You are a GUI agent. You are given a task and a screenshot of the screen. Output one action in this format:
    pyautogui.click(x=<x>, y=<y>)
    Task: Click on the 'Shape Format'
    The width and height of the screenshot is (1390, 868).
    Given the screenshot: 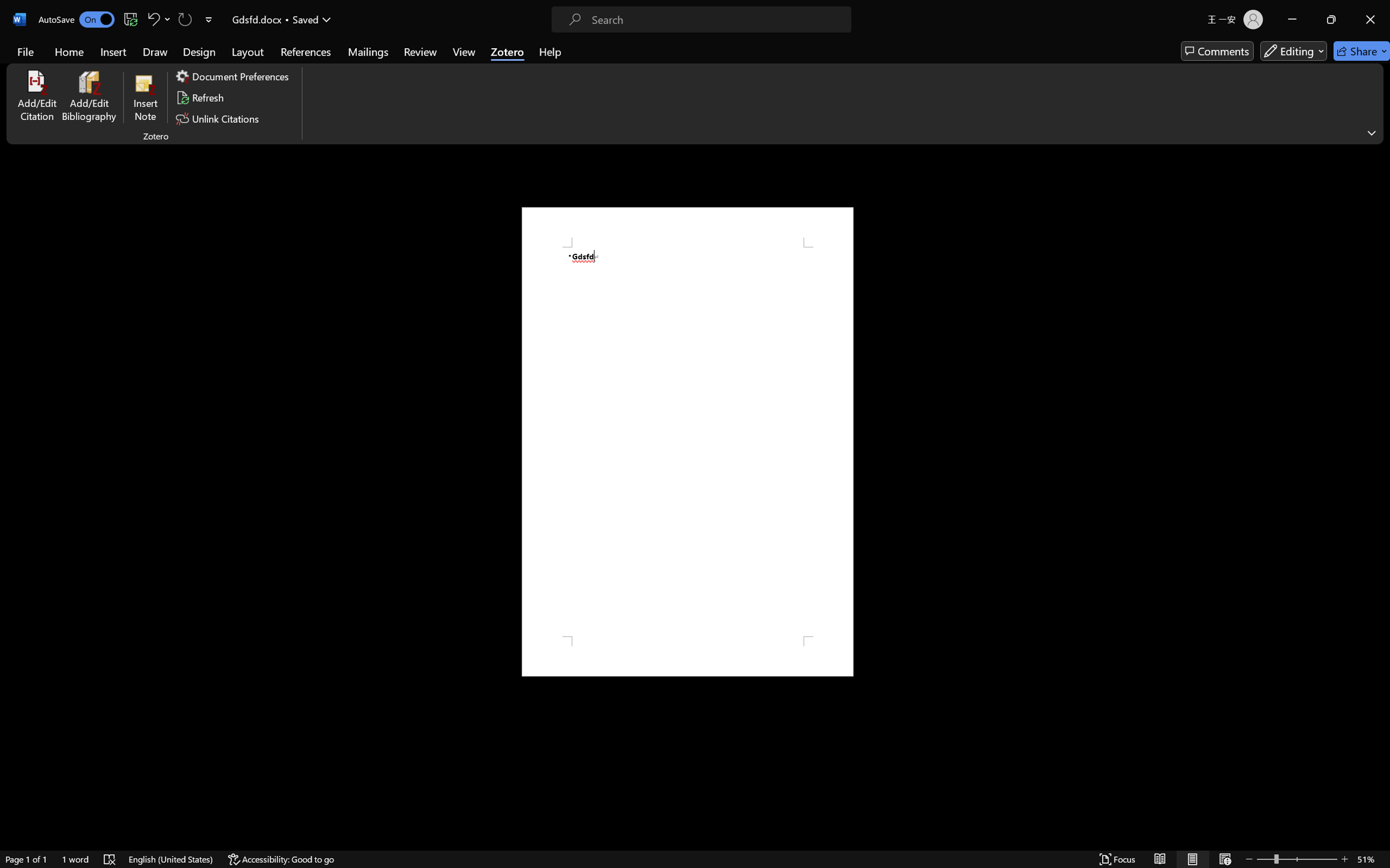 What is the action you would take?
    pyautogui.click(x=452, y=29)
    